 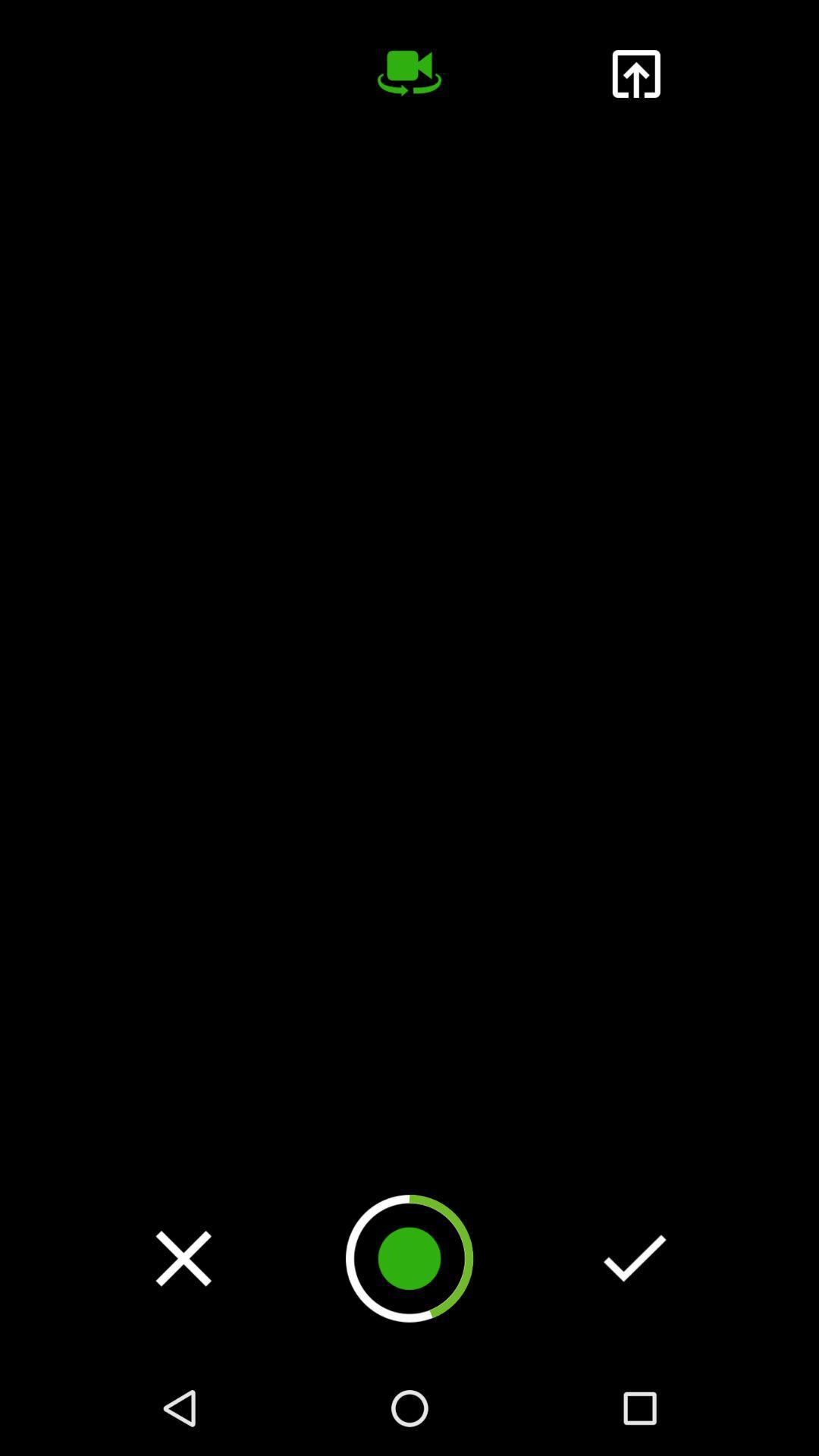 What do you see at coordinates (635, 73) in the screenshot?
I see `upload` at bounding box center [635, 73].